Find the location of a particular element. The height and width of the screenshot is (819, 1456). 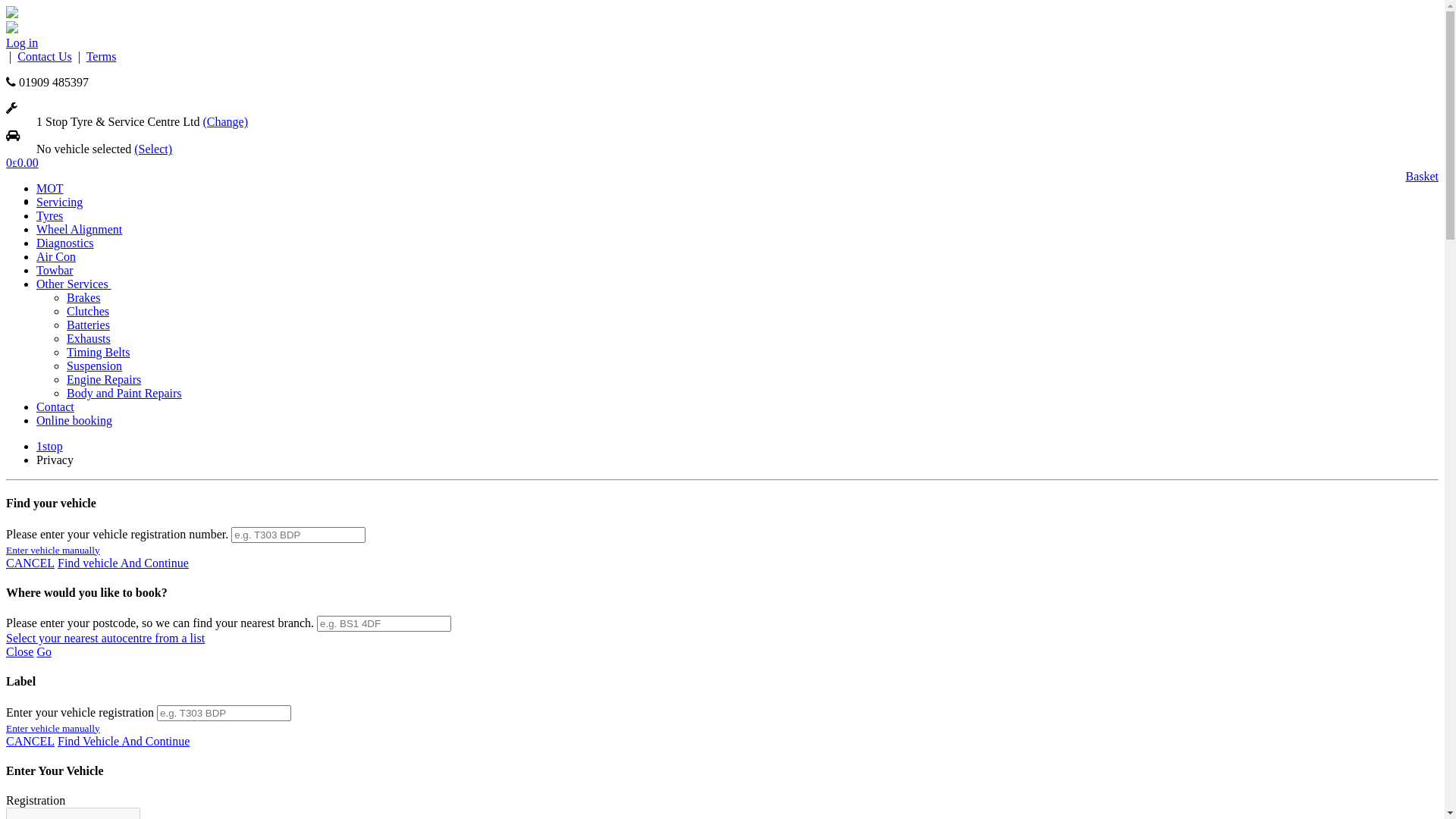

'Towbar' is located at coordinates (55, 269).